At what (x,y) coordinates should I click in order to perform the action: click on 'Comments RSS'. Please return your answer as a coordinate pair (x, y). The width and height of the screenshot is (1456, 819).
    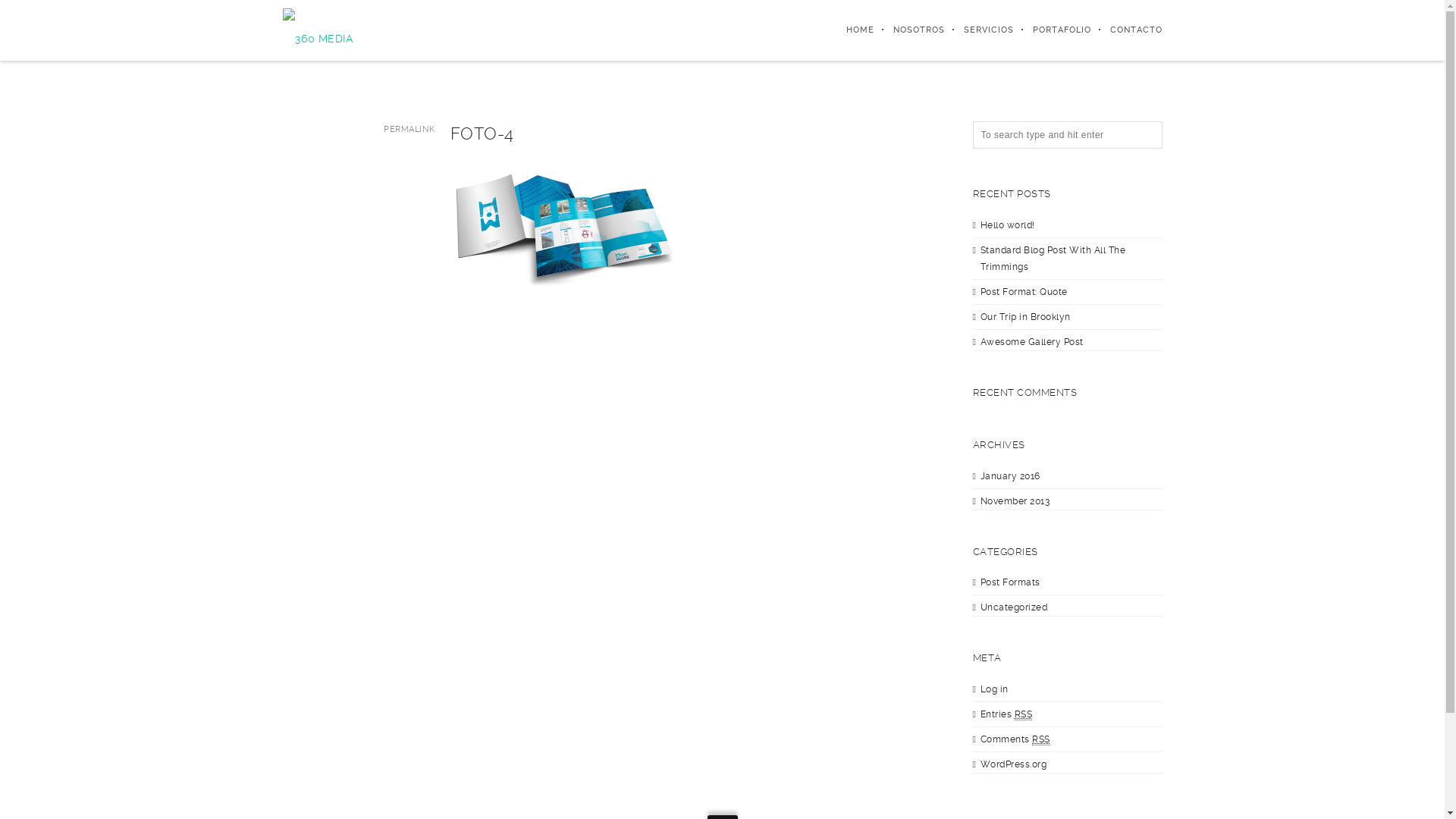
    Looking at the image, I should click on (1015, 739).